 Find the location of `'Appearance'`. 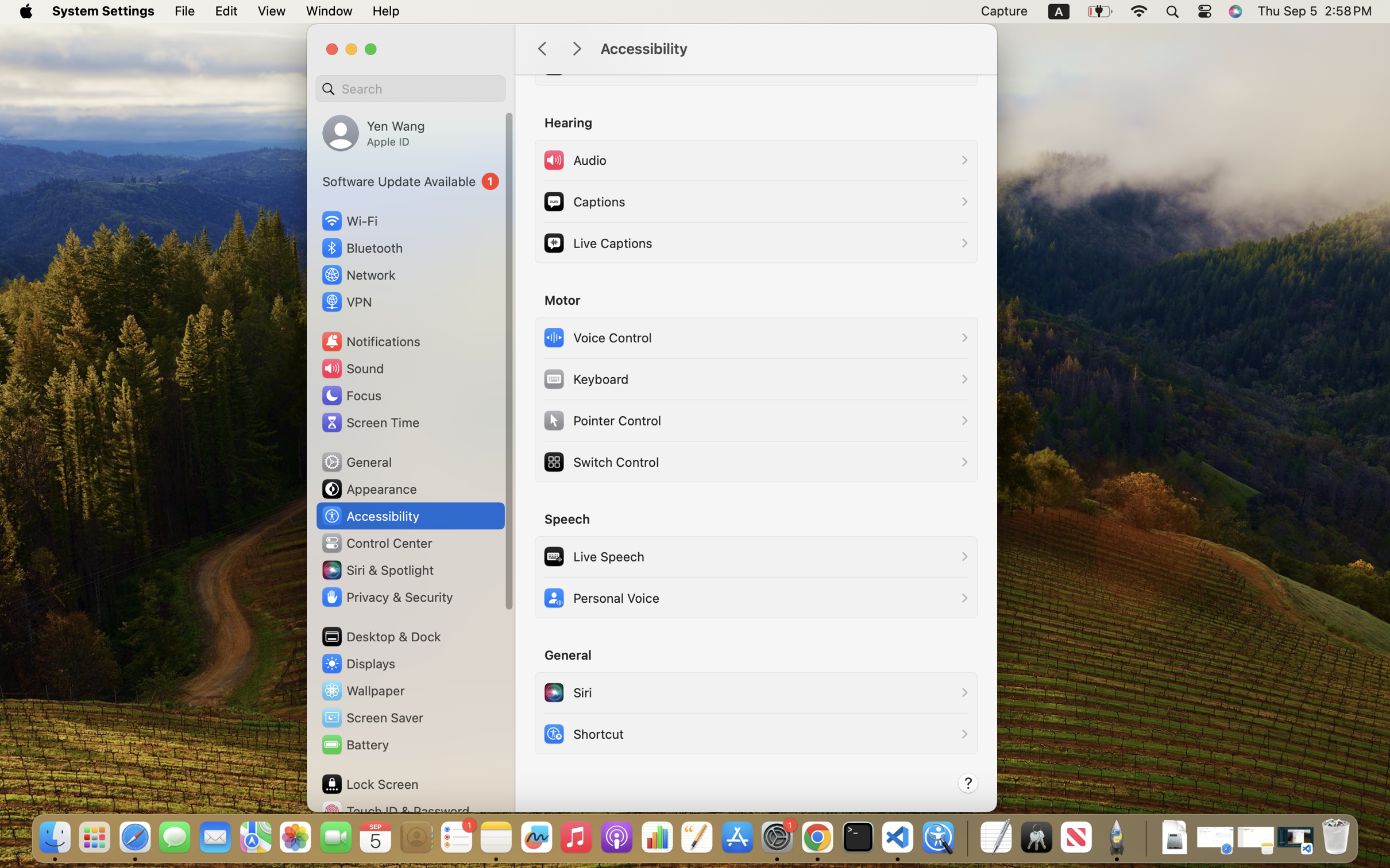

'Appearance' is located at coordinates (368, 489).